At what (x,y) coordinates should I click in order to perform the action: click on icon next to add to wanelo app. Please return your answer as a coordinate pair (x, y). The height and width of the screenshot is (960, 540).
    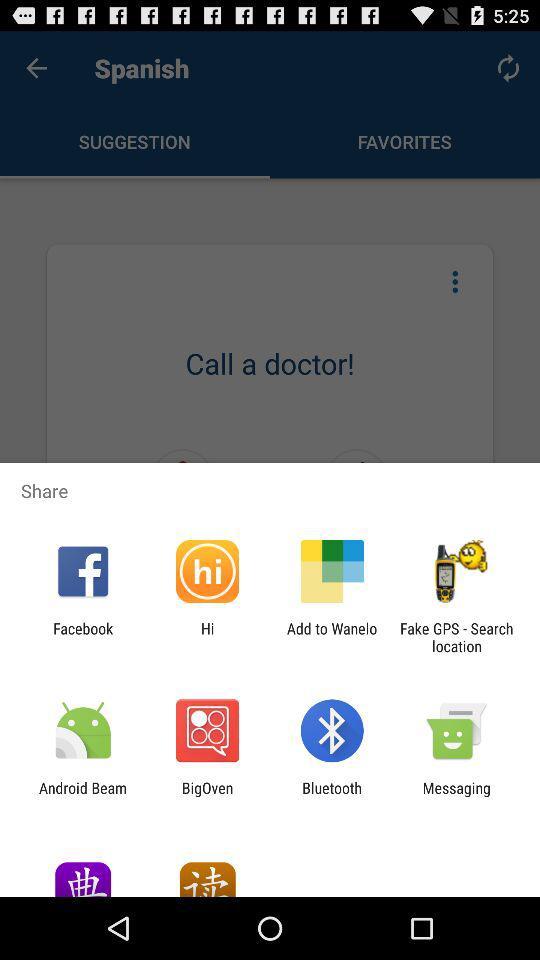
    Looking at the image, I should click on (456, 636).